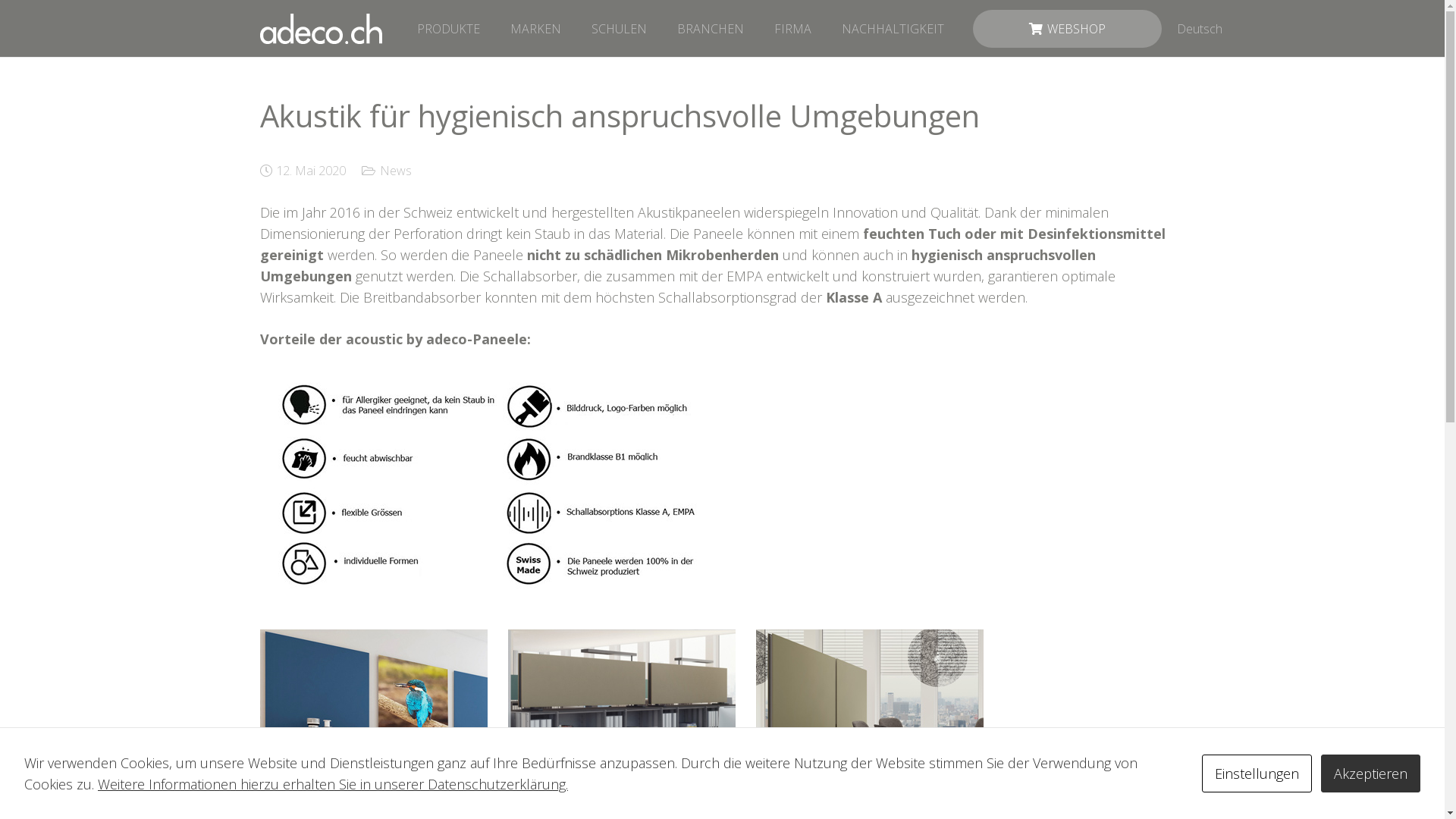  Describe the element at coordinates (1370, 773) in the screenshot. I see `'Akzeptieren'` at that location.